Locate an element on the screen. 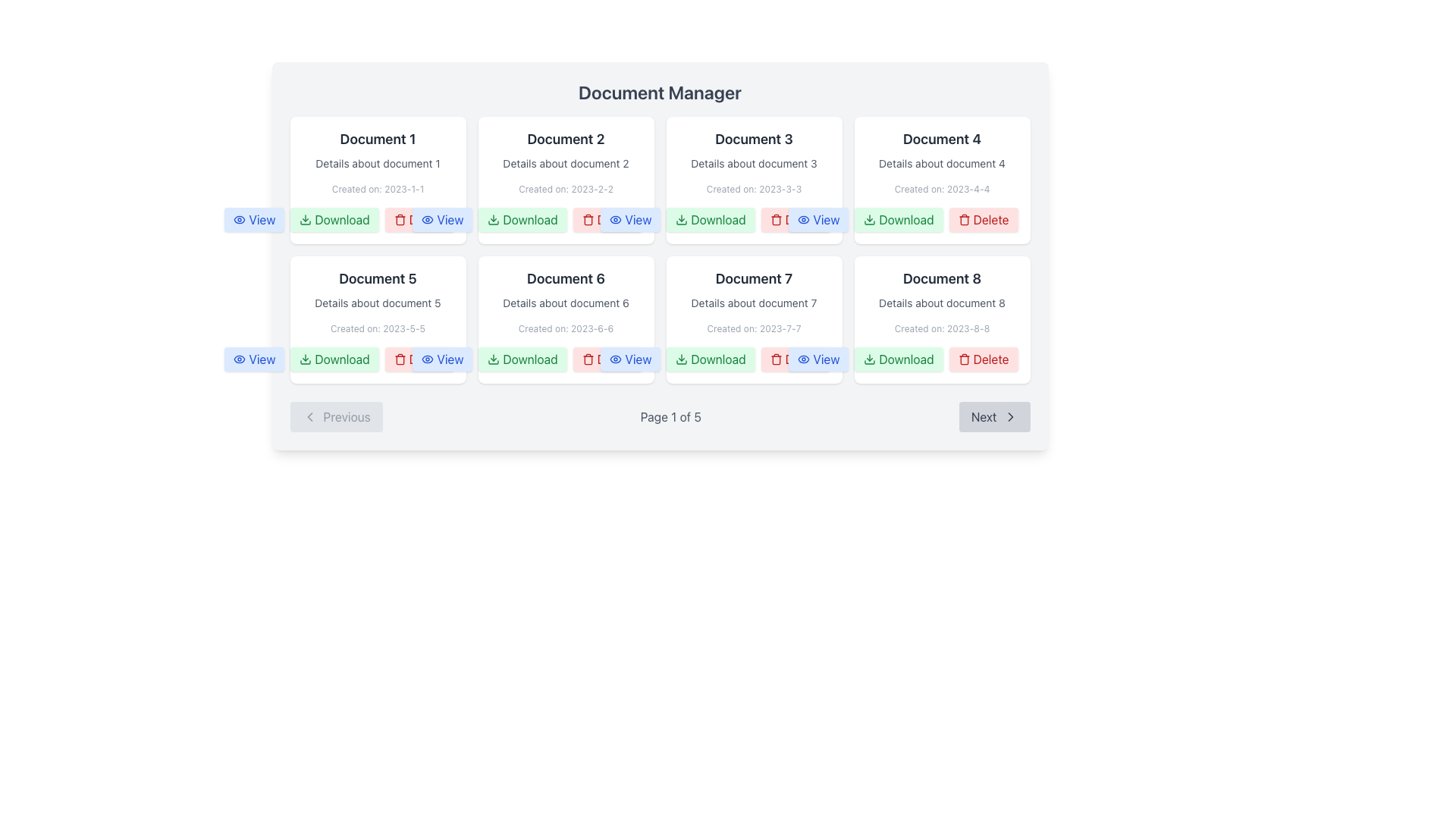 The image size is (1456, 819). the rectangular card with a white background, rounded corners, and interactive buttons located in the second row, second column of the grid layout is located at coordinates (565, 318).